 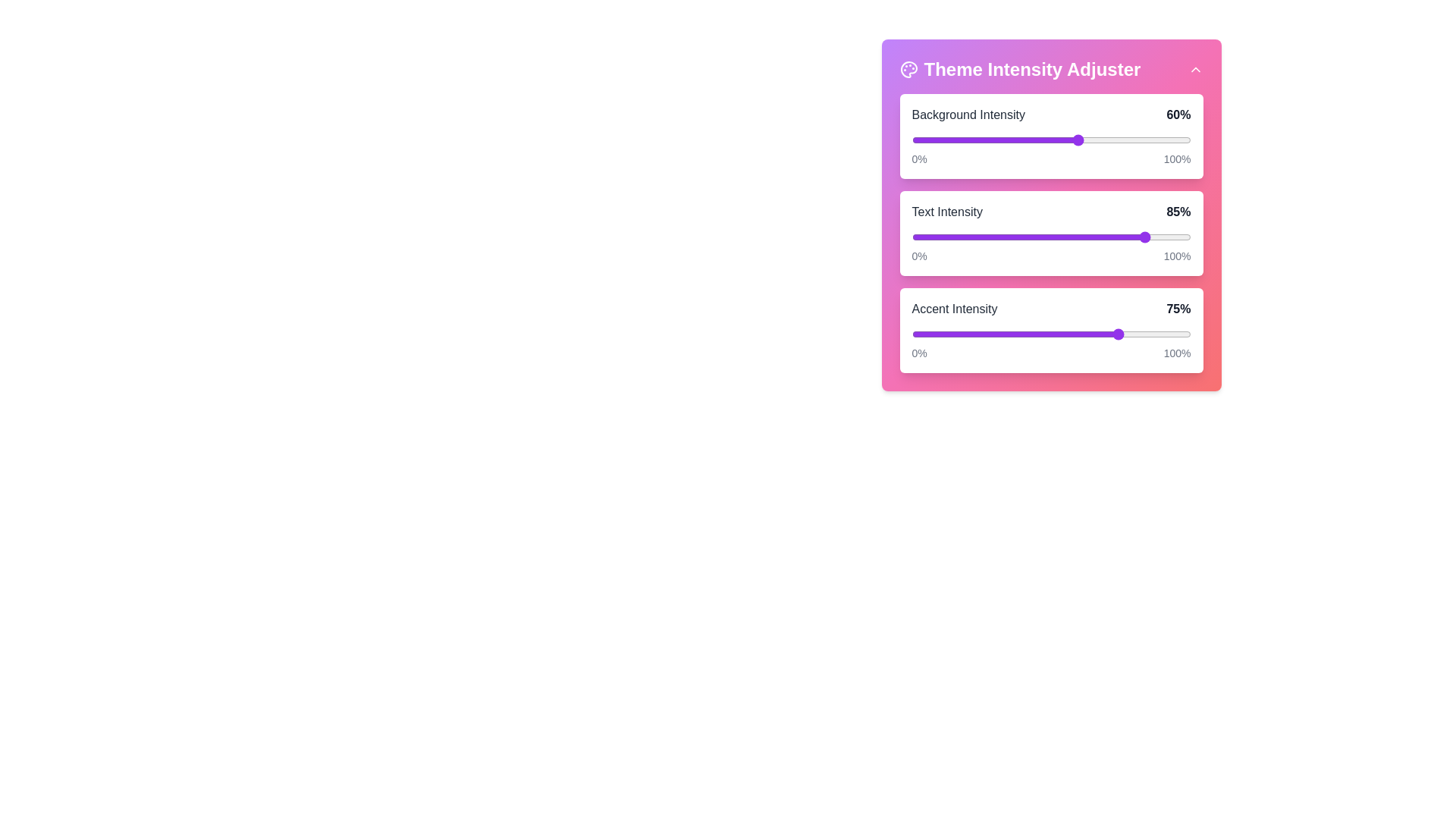 What do you see at coordinates (911, 333) in the screenshot?
I see `the accent intensity` at bounding box center [911, 333].